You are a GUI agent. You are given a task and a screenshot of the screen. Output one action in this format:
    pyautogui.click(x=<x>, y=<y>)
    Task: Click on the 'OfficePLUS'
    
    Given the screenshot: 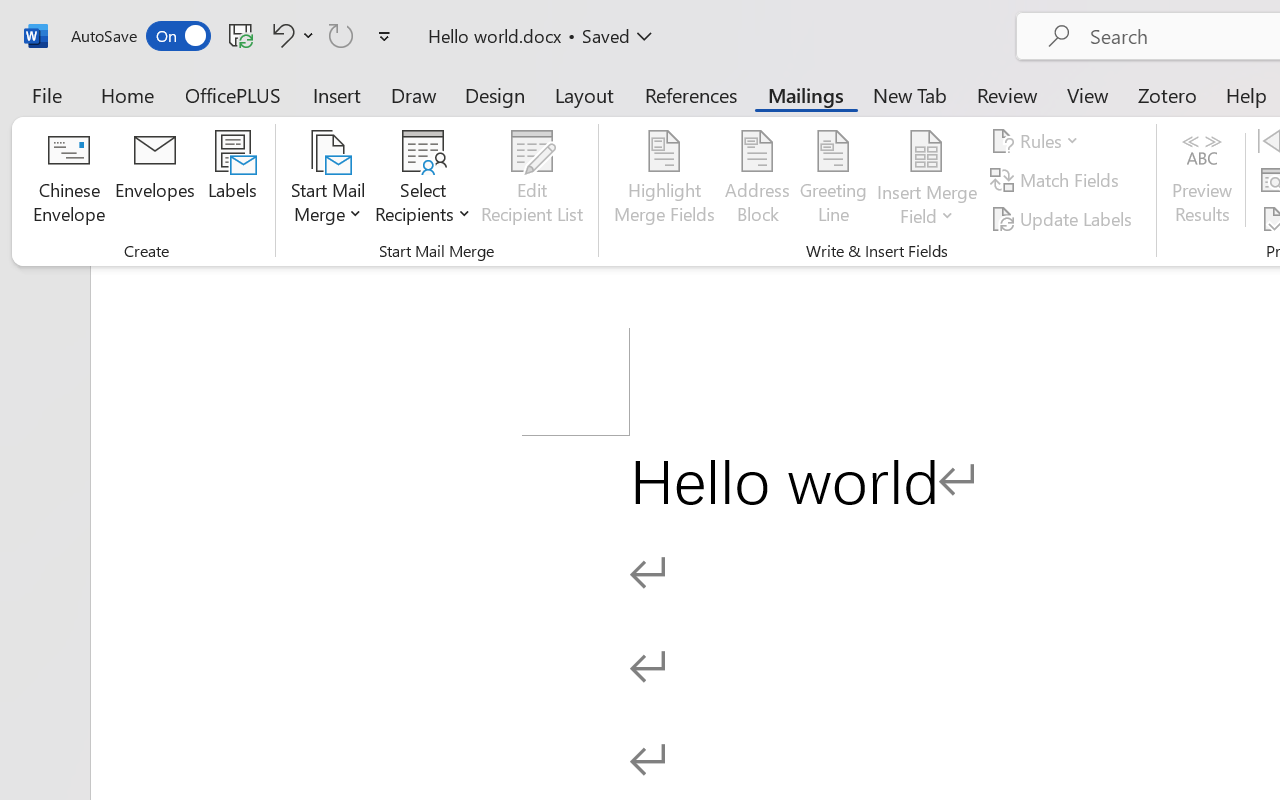 What is the action you would take?
    pyautogui.click(x=233, y=94)
    